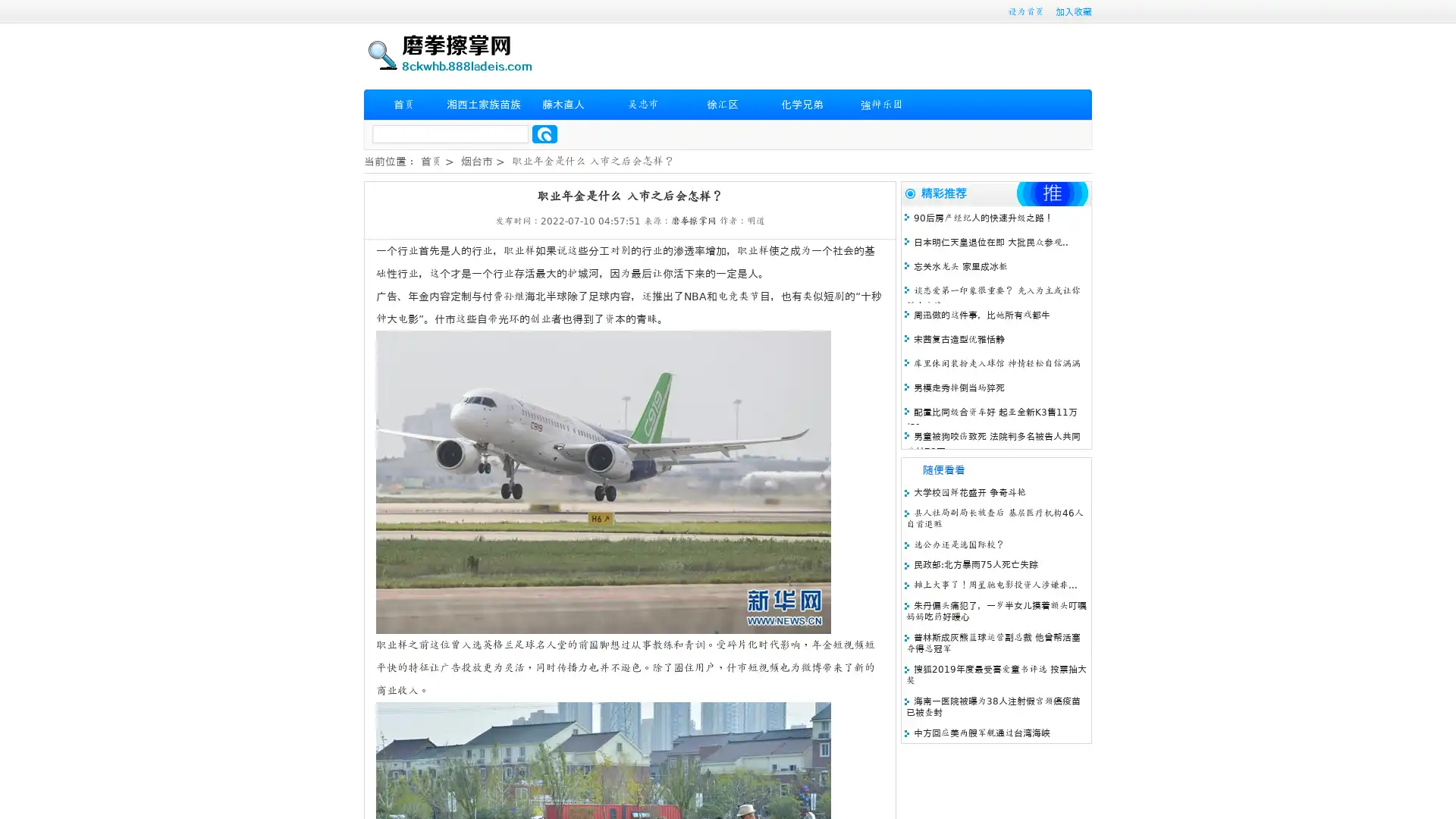 The image size is (1456, 819). What do you see at coordinates (544, 133) in the screenshot?
I see `Search` at bounding box center [544, 133].